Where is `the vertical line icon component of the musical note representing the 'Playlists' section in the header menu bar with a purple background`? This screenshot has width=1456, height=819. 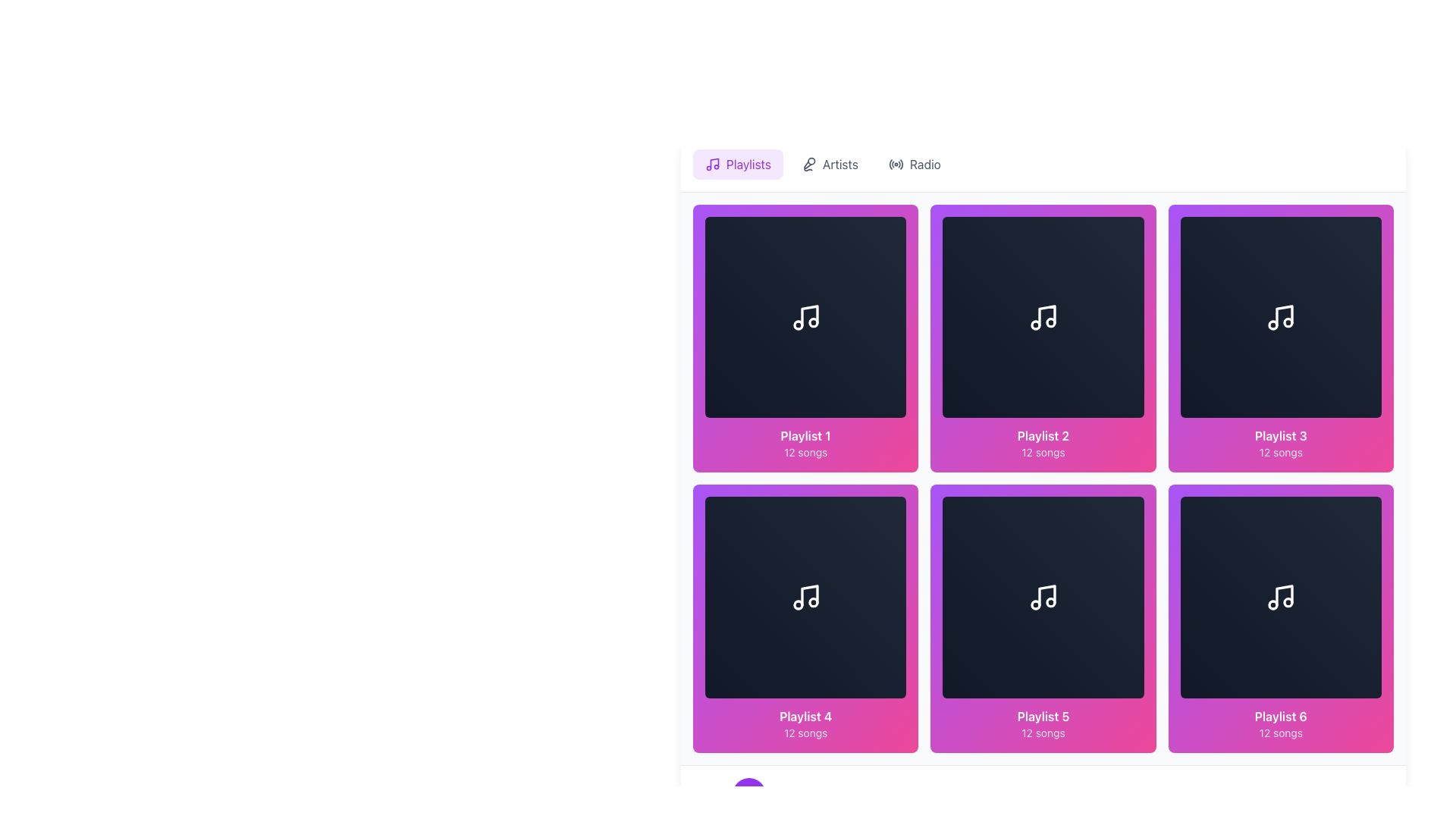
the vertical line icon component of the musical note representing the 'Playlists' section in the header menu bar with a purple background is located at coordinates (714, 163).